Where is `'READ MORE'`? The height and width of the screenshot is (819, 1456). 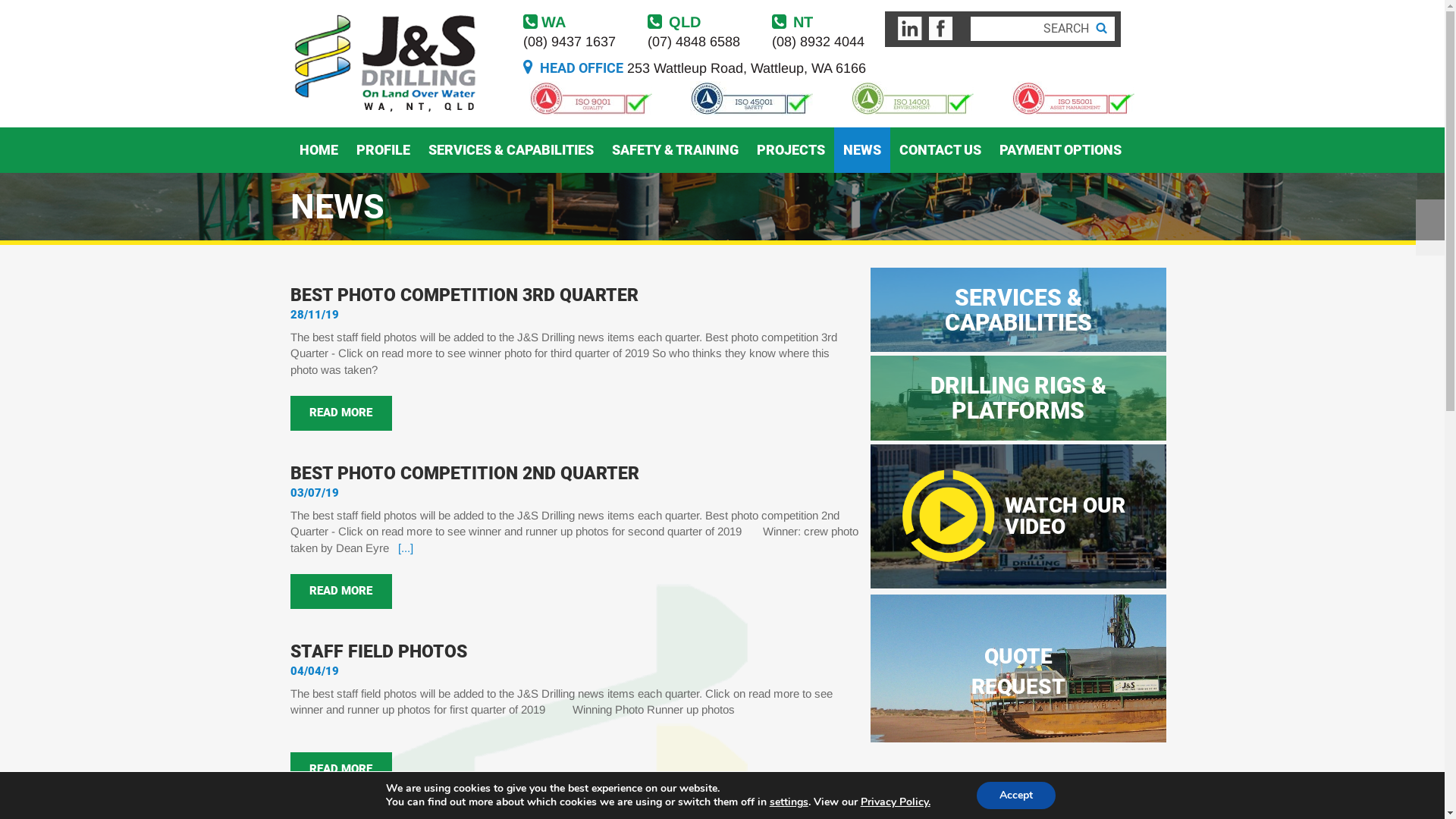
'READ MORE' is located at coordinates (290, 590).